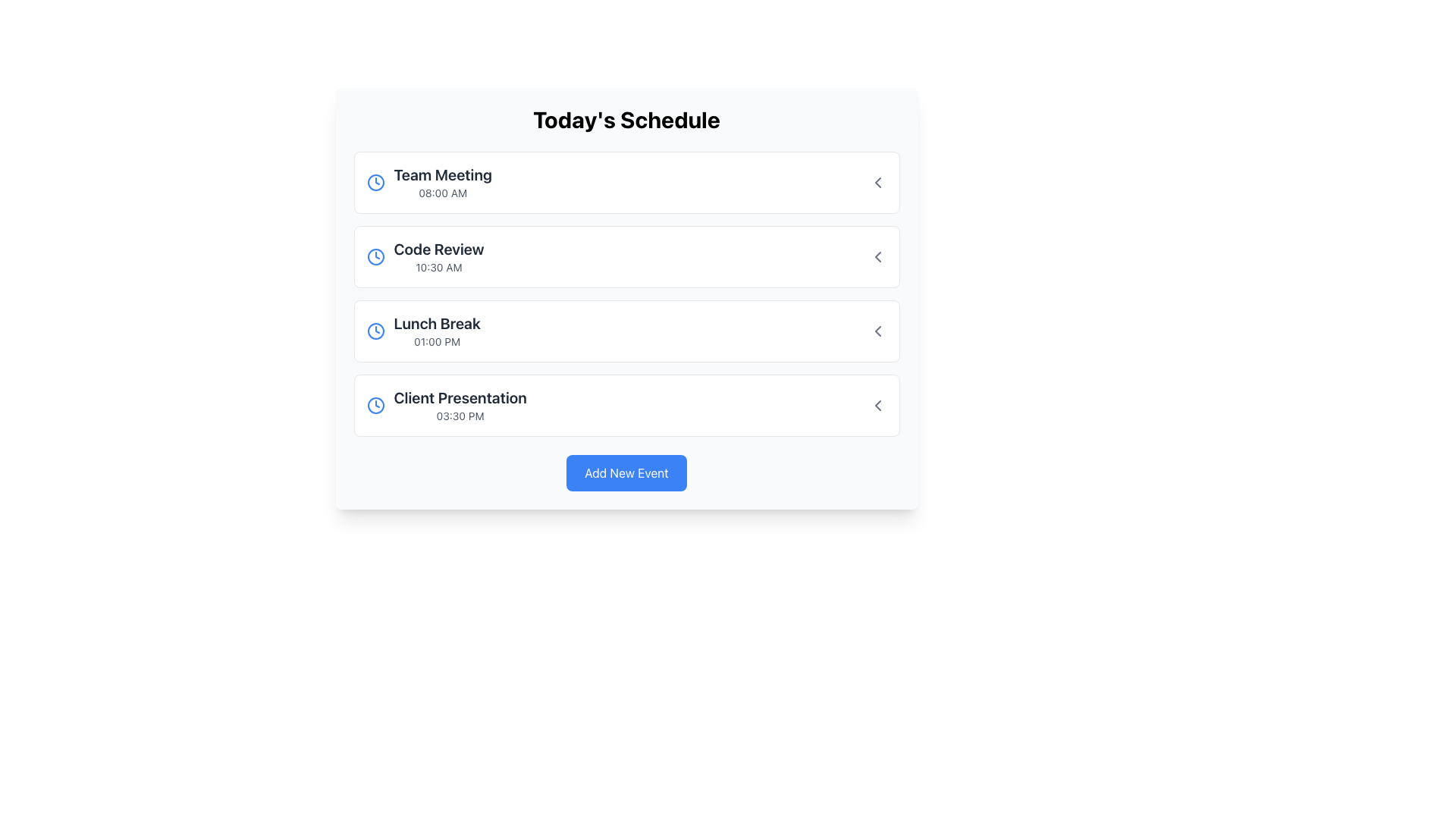 This screenshot has width=1456, height=819. What do you see at coordinates (375, 256) in the screenshot?
I see `the SVG Circle element that represents the clock face of the icon, which is centered within the 'Code Review' list item` at bounding box center [375, 256].